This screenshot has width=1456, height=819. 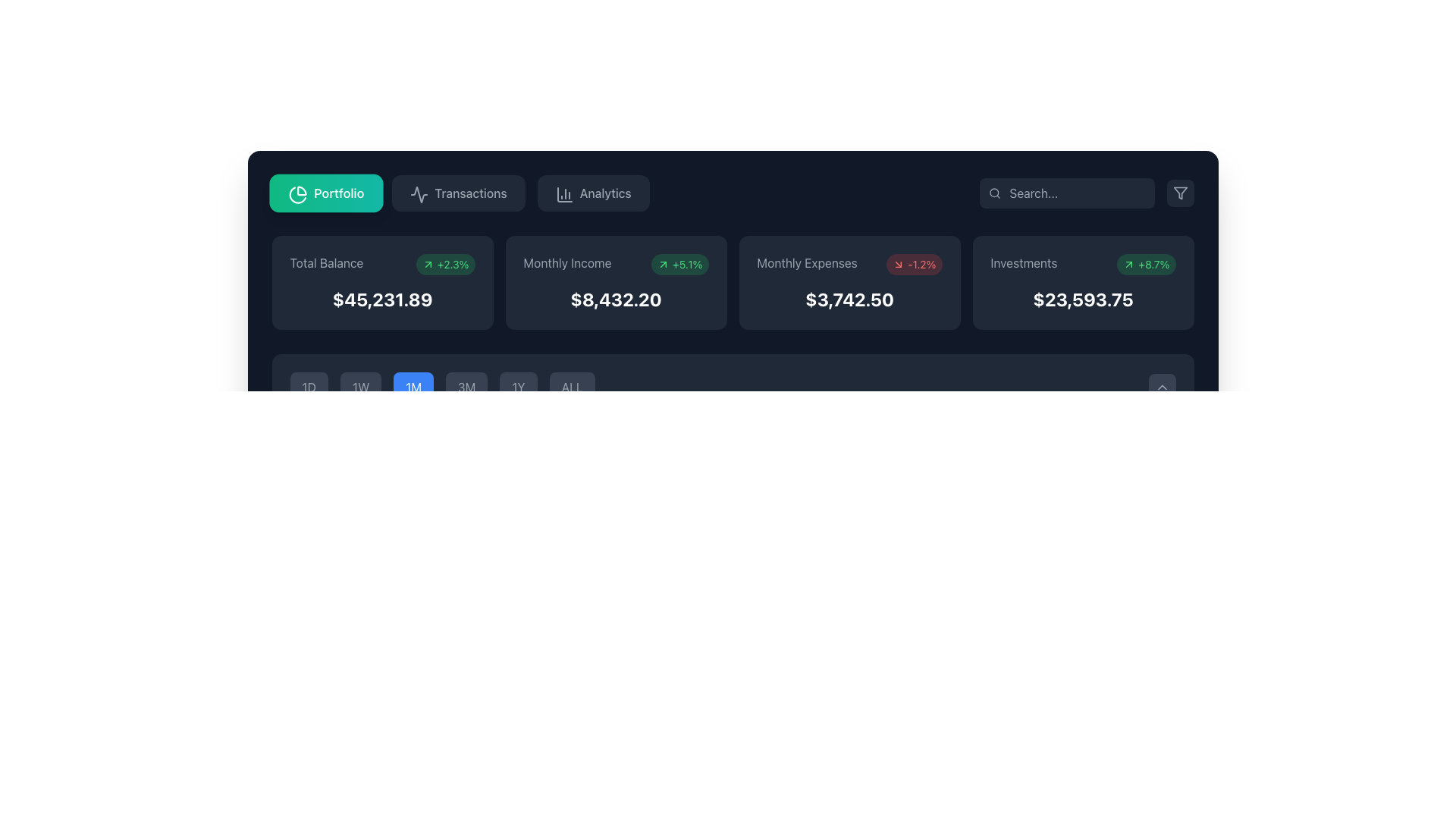 What do you see at coordinates (563, 194) in the screenshot?
I see `the bar chart icon located in the 'Analytics' section at the top bar of the interface` at bounding box center [563, 194].